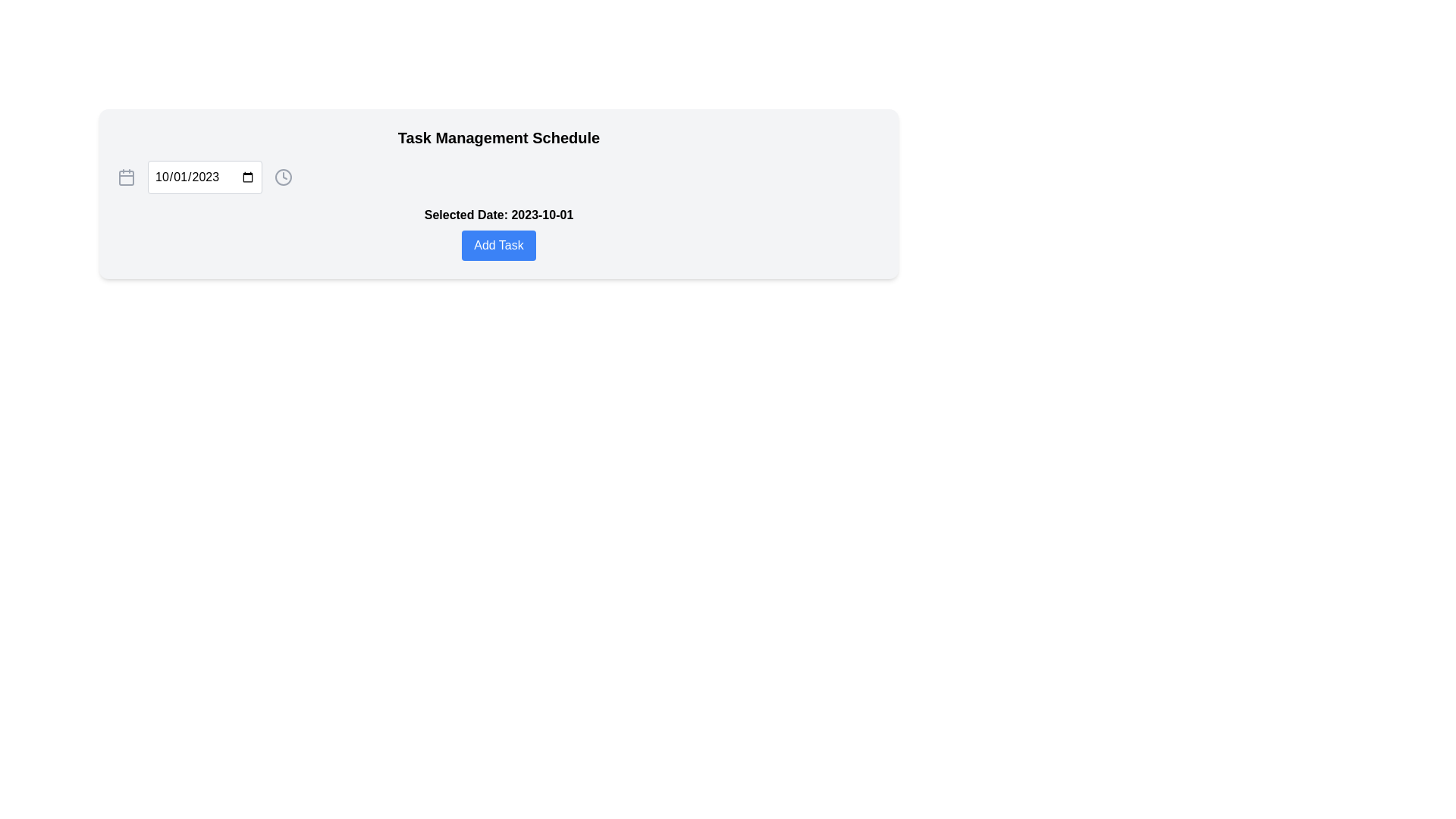 The image size is (1456, 819). Describe the element at coordinates (498, 234) in the screenshot. I see `label stating 'Selected Date: 2023-10-01' located directly below the title 'Task Management Schedule' in the Composite element` at that location.